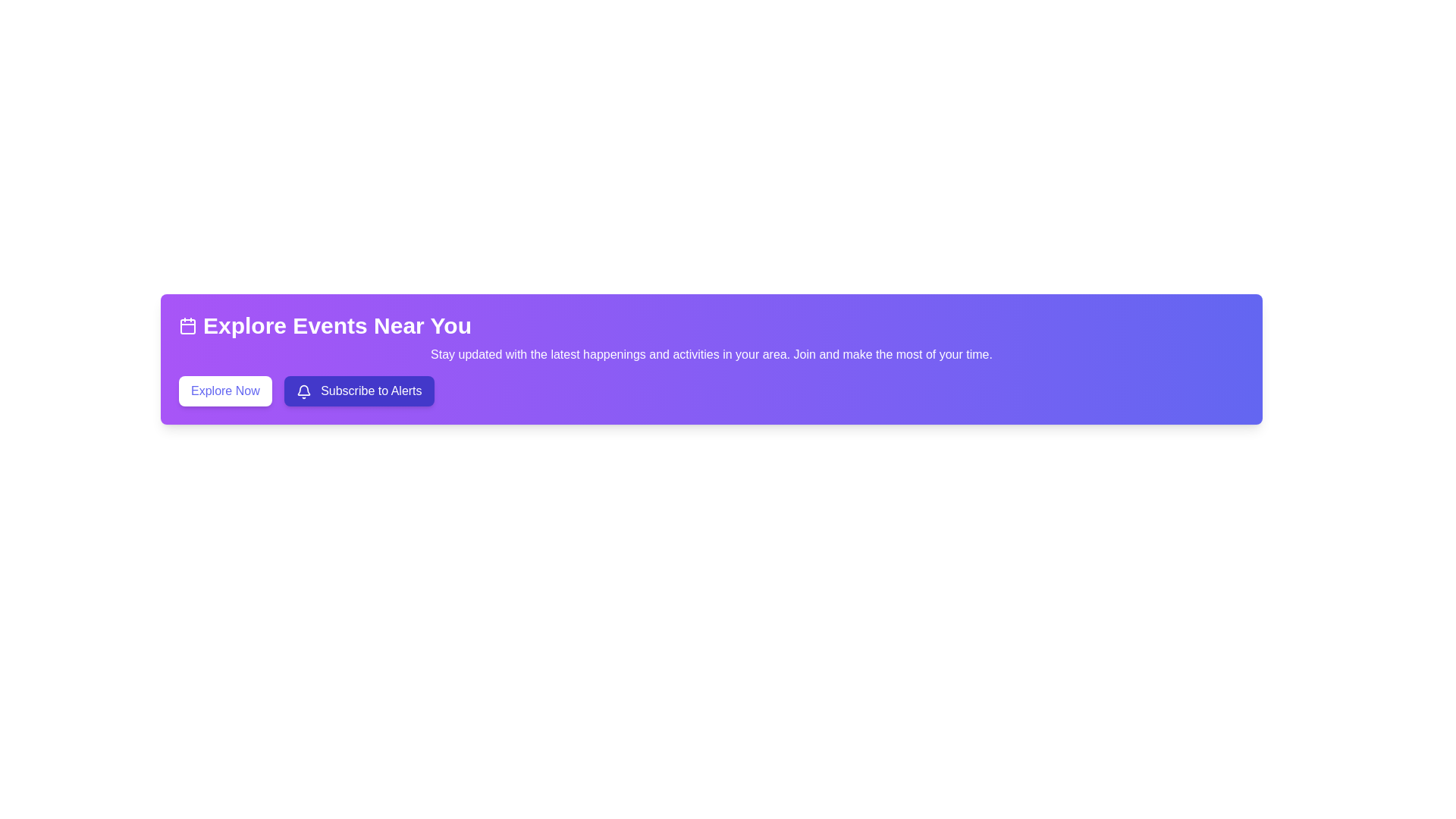 This screenshot has width=1456, height=819. I want to click on the 'Subscribe to Alerts' button, which is a rectangular button with a purple background and white text, located to the right of the 'Explore Now' button, so click(358, 391).